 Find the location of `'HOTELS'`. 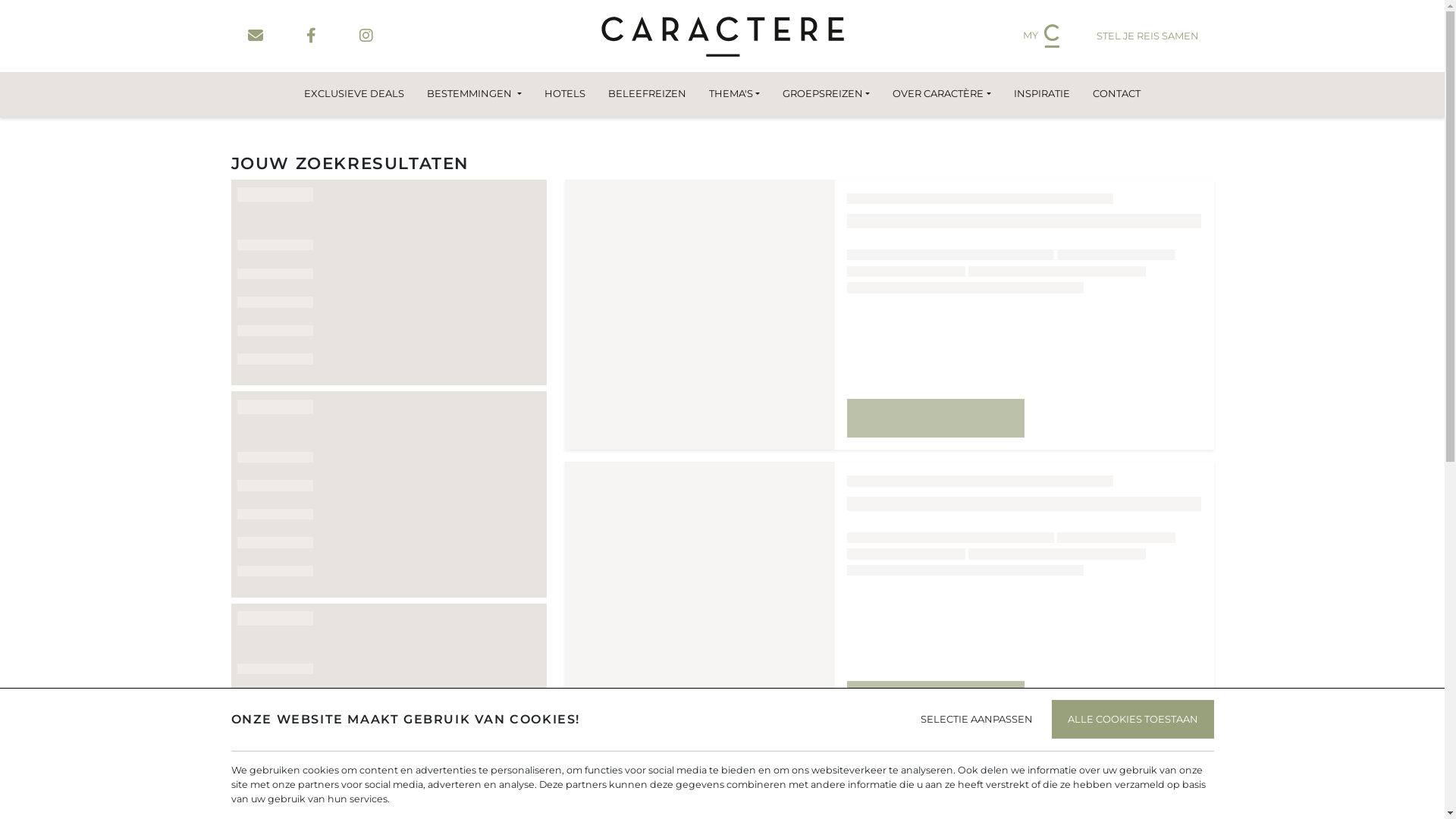

'HOTELS' is located at coordinates (563, 93).